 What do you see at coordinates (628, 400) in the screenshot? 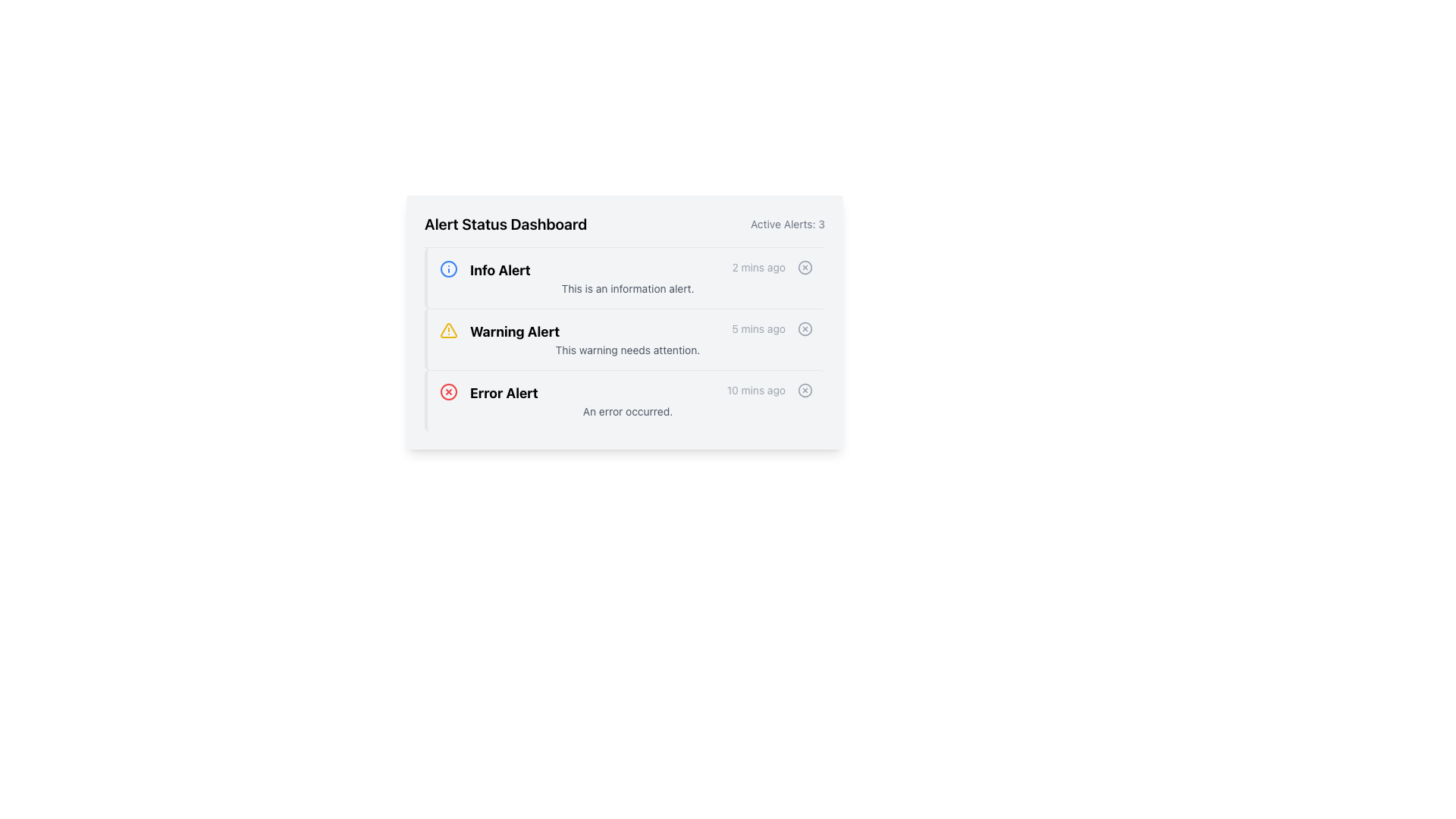
I see `textual information from the 'Error Alert' component located in the third notification group of the 'Alert Status Dashboard'` at bounding box center [628, 400].